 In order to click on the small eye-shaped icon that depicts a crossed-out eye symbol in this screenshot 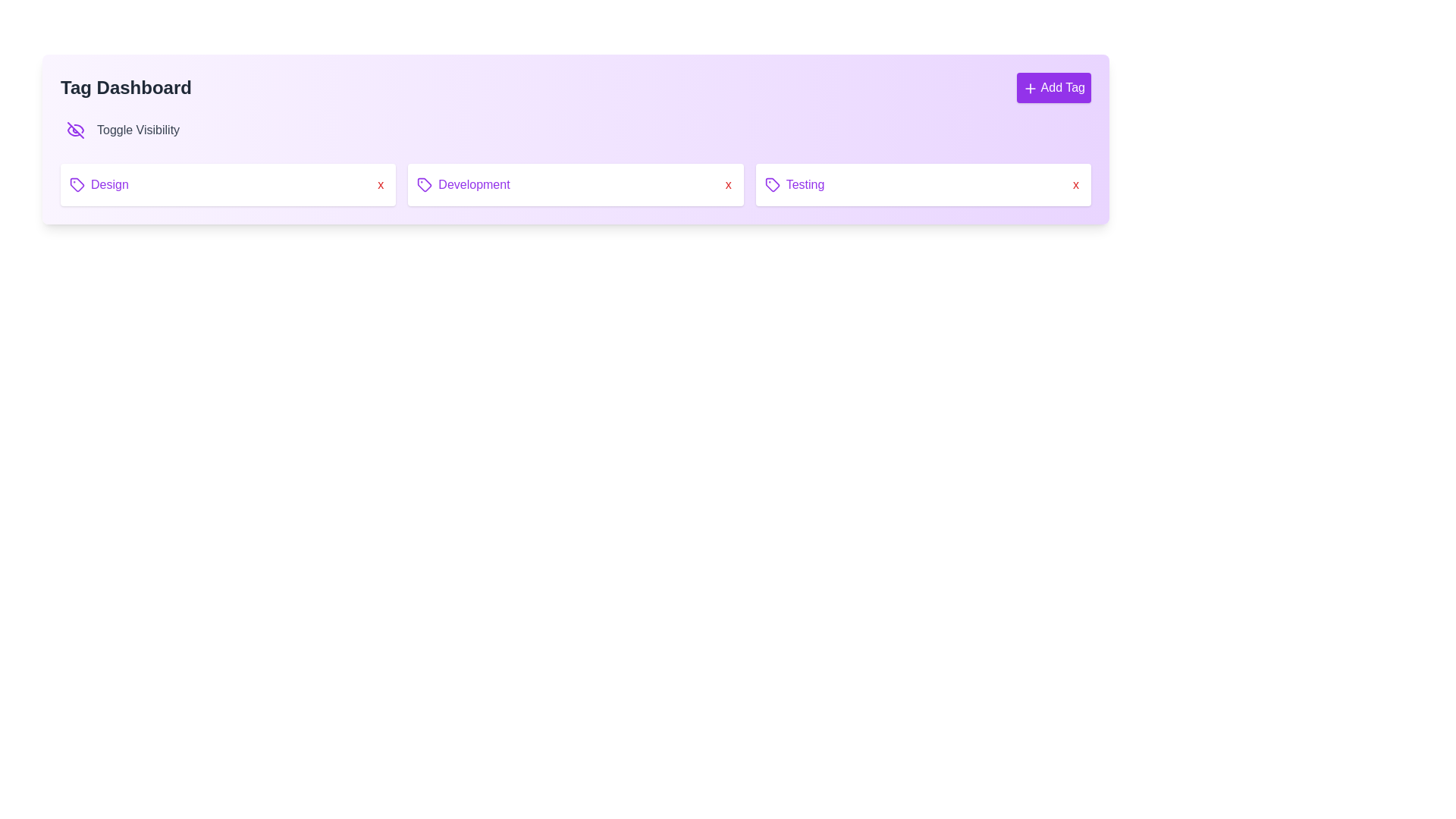, I will do `click(75, 130)`.